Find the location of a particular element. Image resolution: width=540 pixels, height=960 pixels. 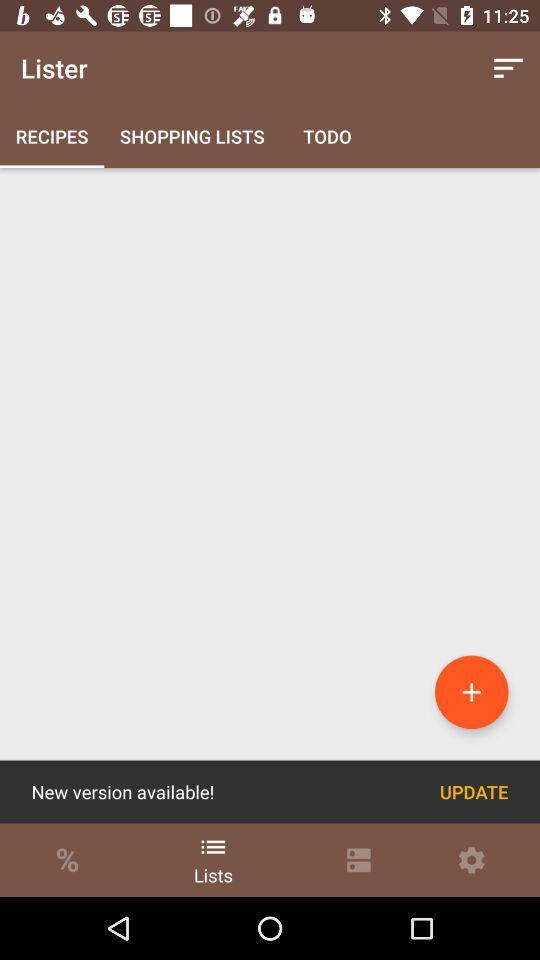

the add icon is located at coordinates (471, 692).